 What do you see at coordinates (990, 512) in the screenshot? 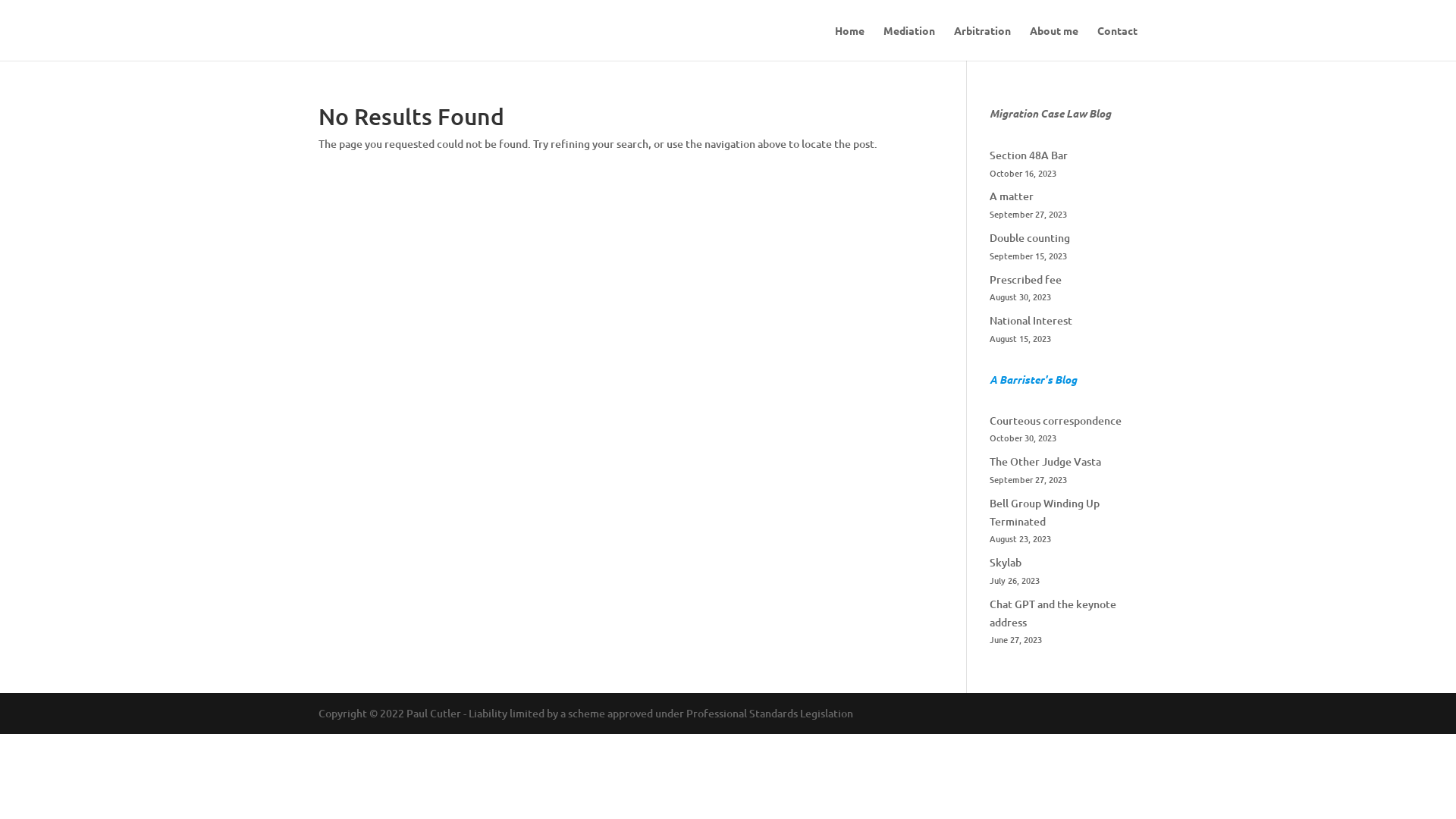
I see `'Bell Group Winding Up Terminated'` at bounding box center [990, 512].